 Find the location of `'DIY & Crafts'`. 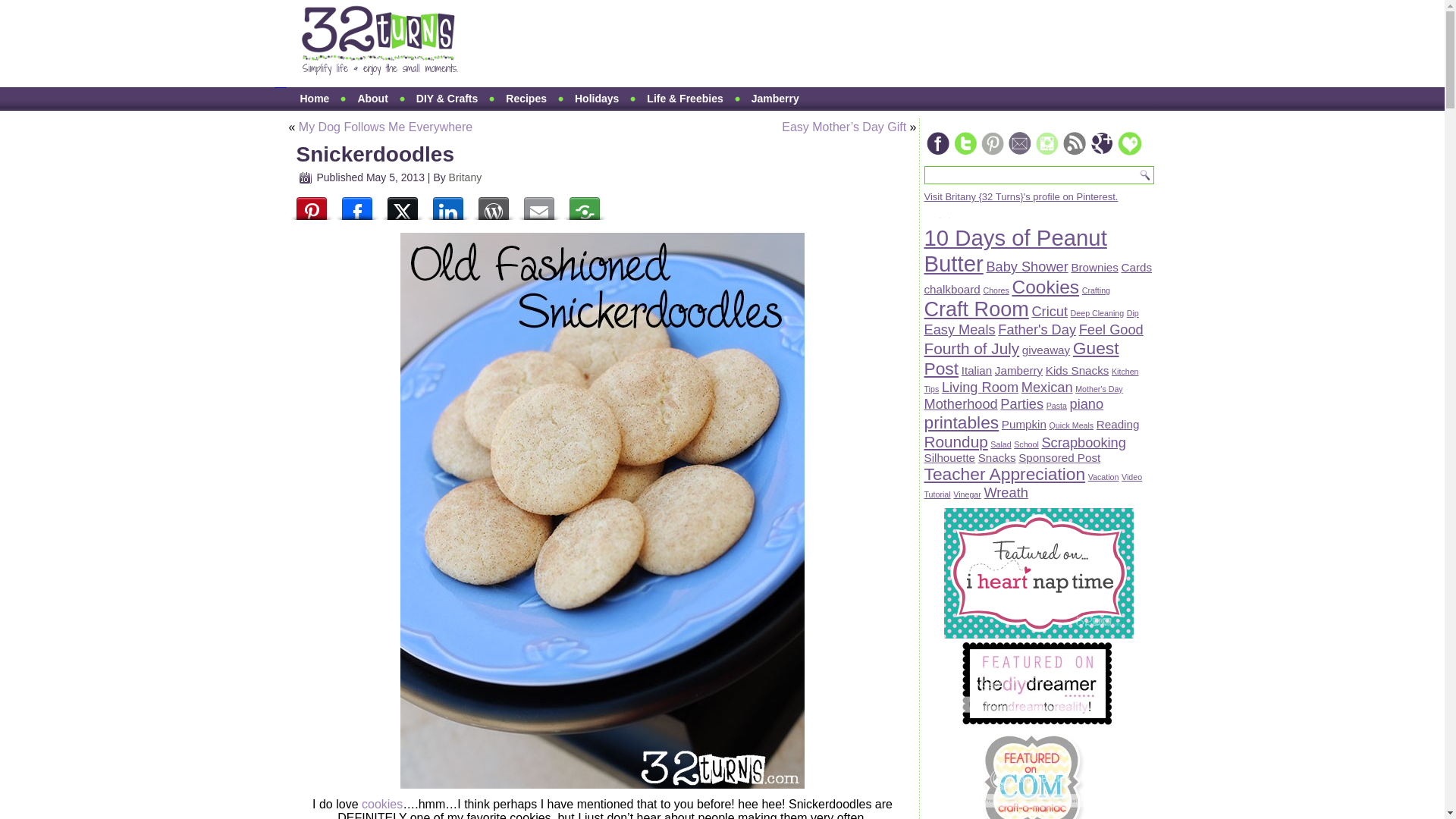

'DIY & Crafts' is located at coordinates (446, 99).